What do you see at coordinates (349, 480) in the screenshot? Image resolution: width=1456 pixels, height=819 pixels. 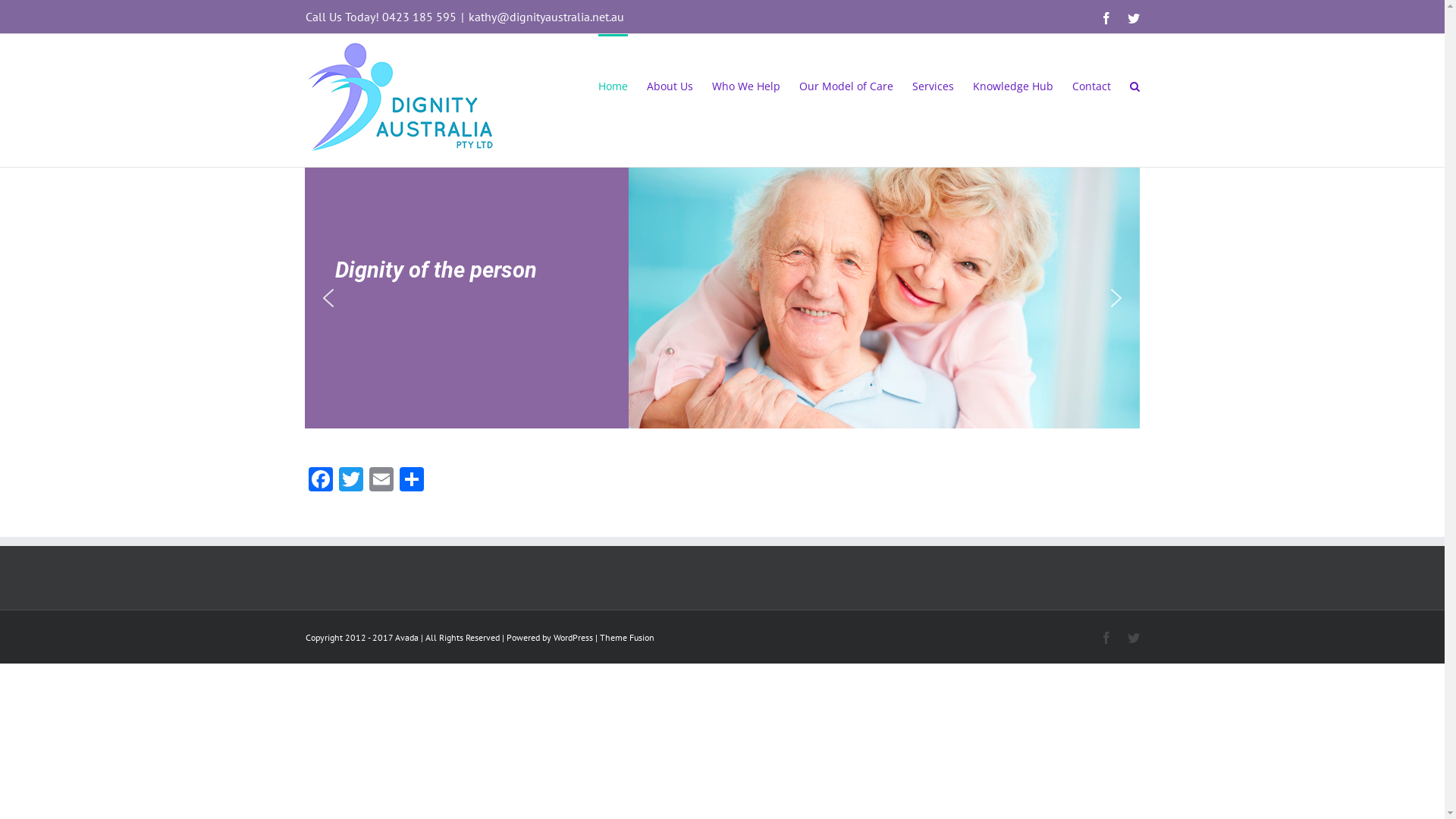 I see `'Twitter'` at bounding box center [349, 480].